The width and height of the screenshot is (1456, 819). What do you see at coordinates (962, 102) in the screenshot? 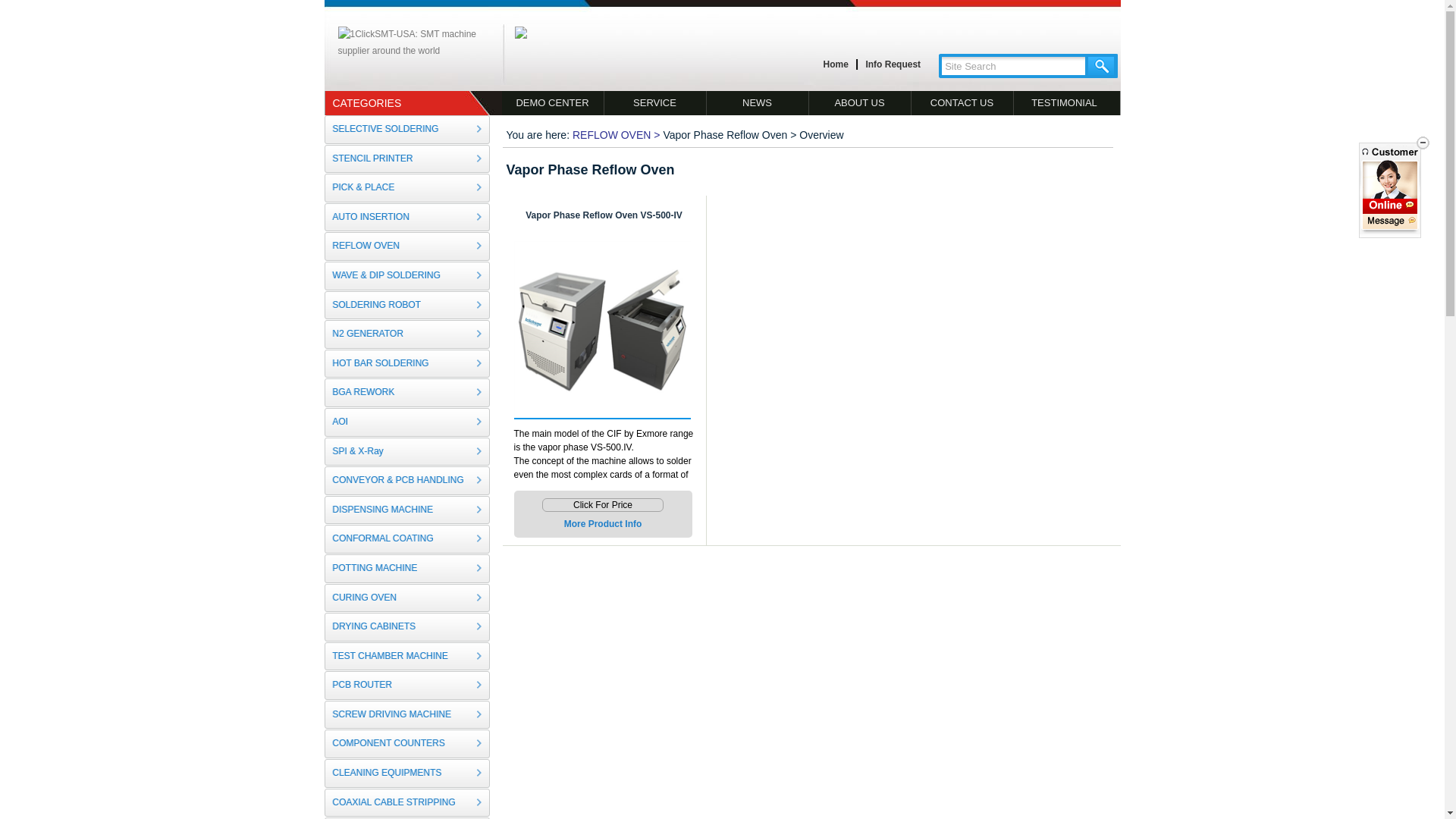
I see `'CONTACT US'` at bounding box center [962, 102].